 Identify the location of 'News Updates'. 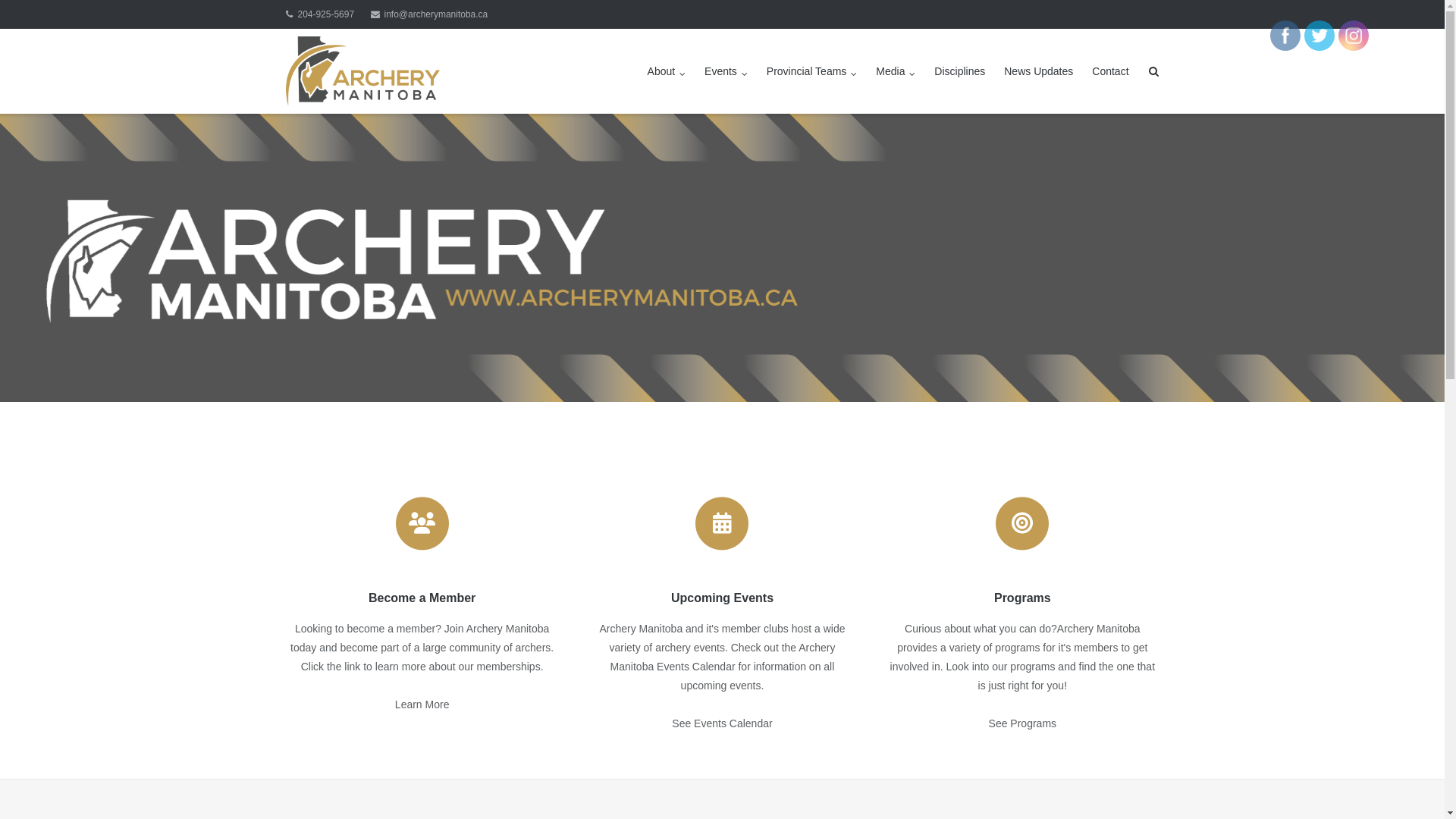
(1037, 71).